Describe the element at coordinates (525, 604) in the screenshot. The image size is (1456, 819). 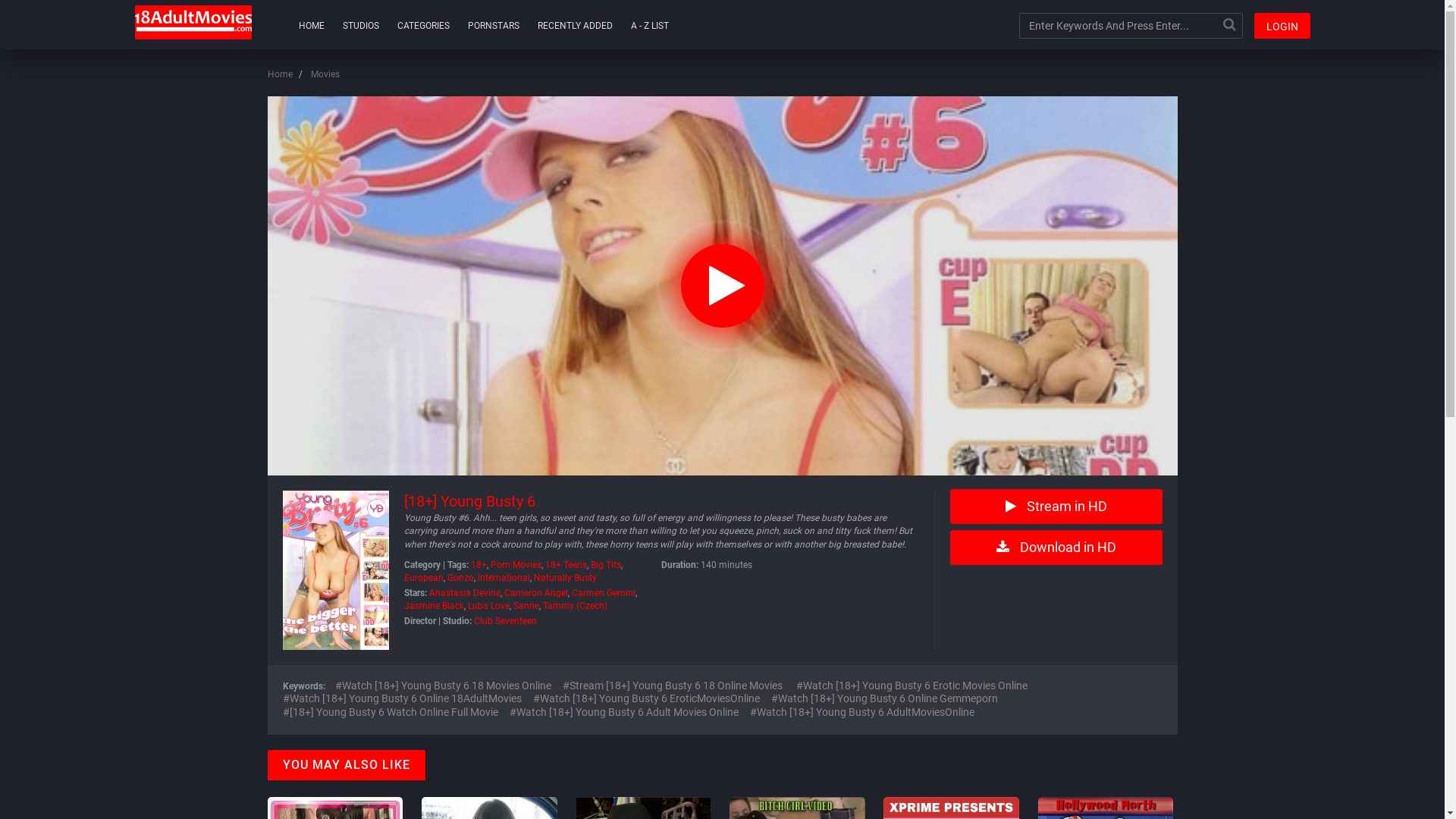
I see `'Sanne'` at that location.